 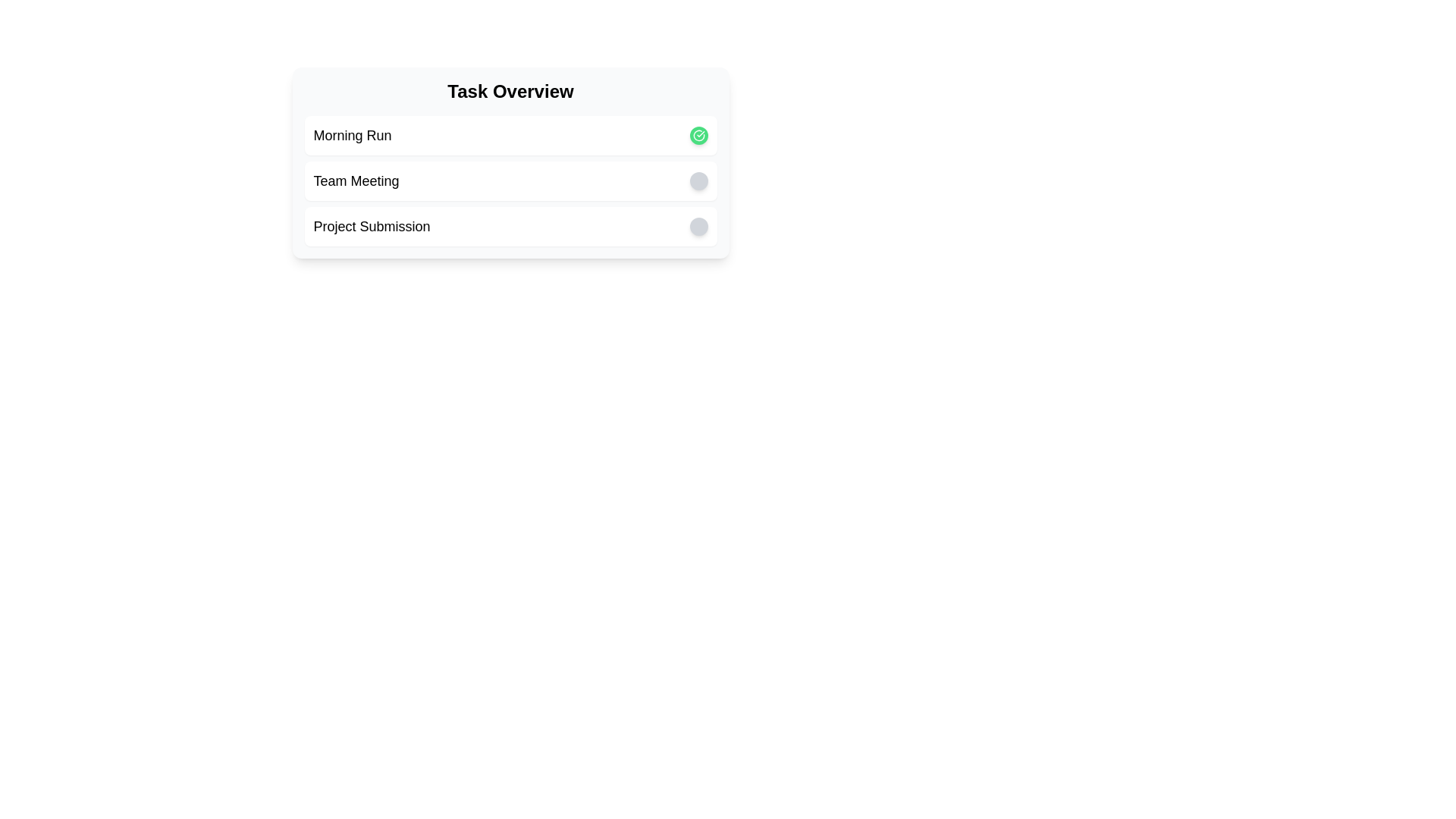 What do you see at coordinates (352, 134) in the screenshot?
I see `the static text label displaying 'Morning Run', which is prominently styled in a large font size and medium weight, located in the first row of a vertically stacked list` at bounding box center [352, 134].